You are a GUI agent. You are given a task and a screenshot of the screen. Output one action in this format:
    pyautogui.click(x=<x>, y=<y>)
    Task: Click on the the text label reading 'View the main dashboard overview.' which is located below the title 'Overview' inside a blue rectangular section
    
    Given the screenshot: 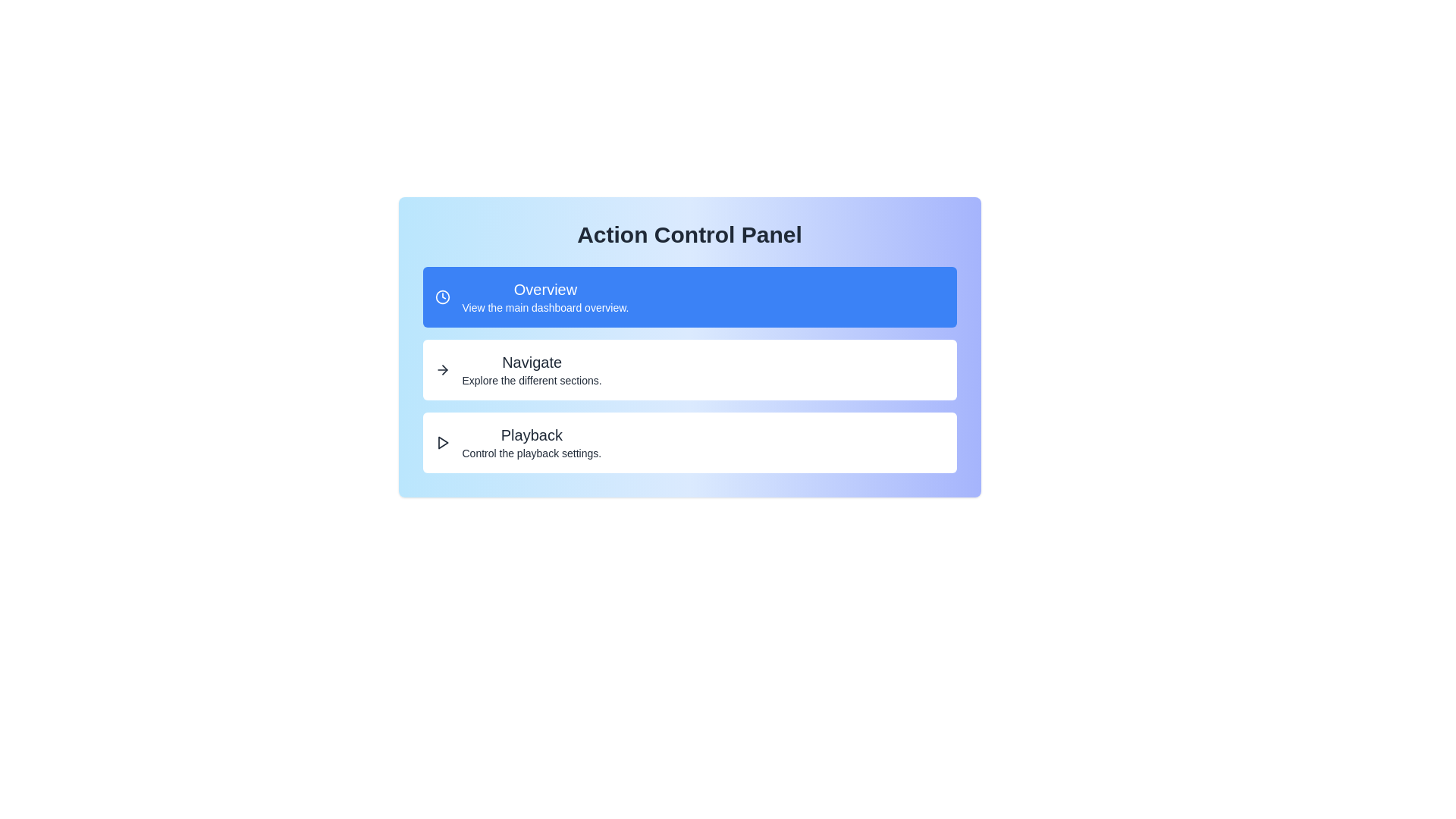 What is the action you would take?
    pyautogui.click(x=545, y=307)
    